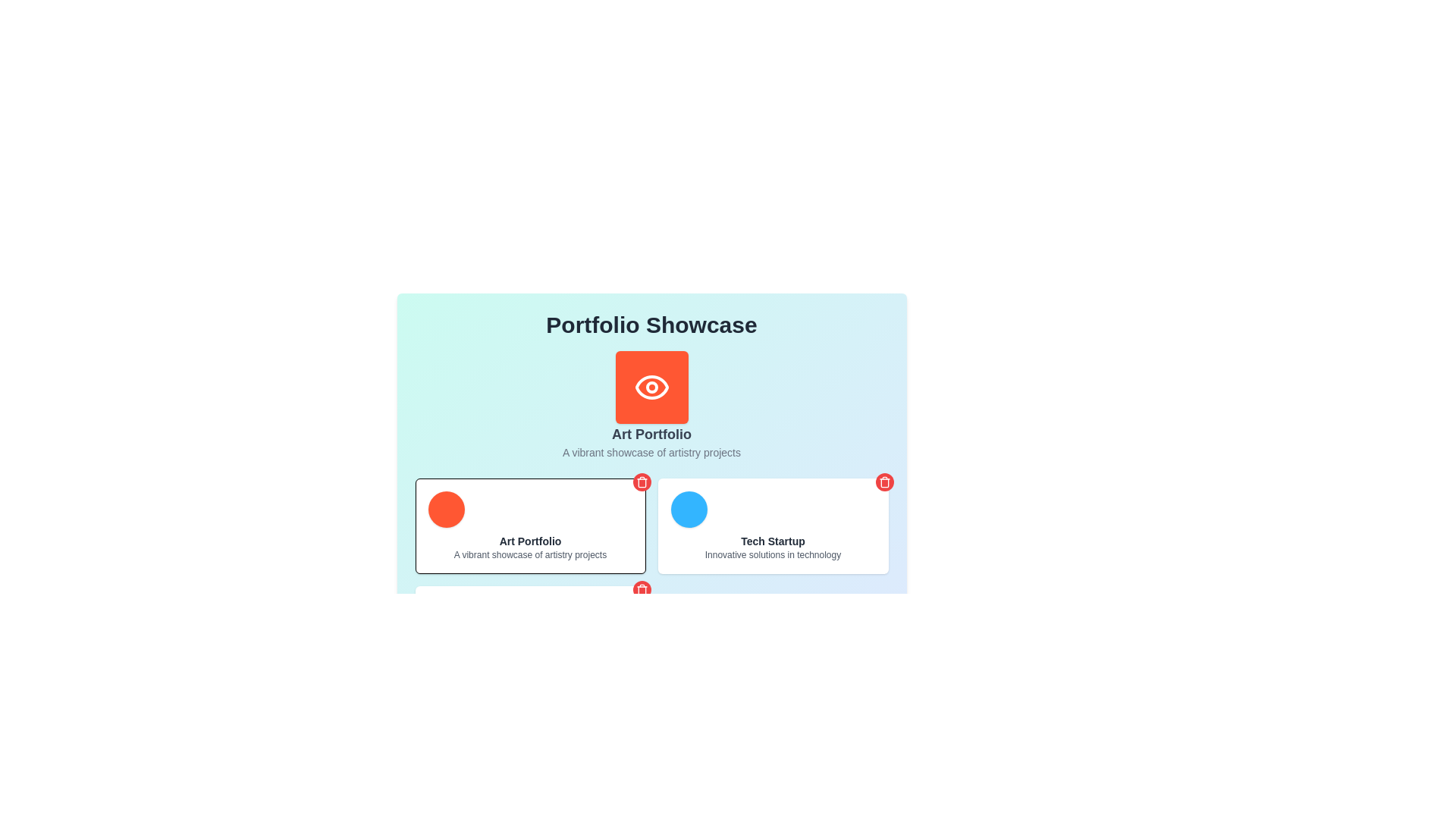 This screenshot has height=819, width=1456. What do you see at coordinates (773, 555) in the screenshot?
I see `the text label displaying 'Innovative solutions in technology', which is located immediately below the 'Tech Startup' text in the right-bottom section of the interface` at bounding box center [773, 555].